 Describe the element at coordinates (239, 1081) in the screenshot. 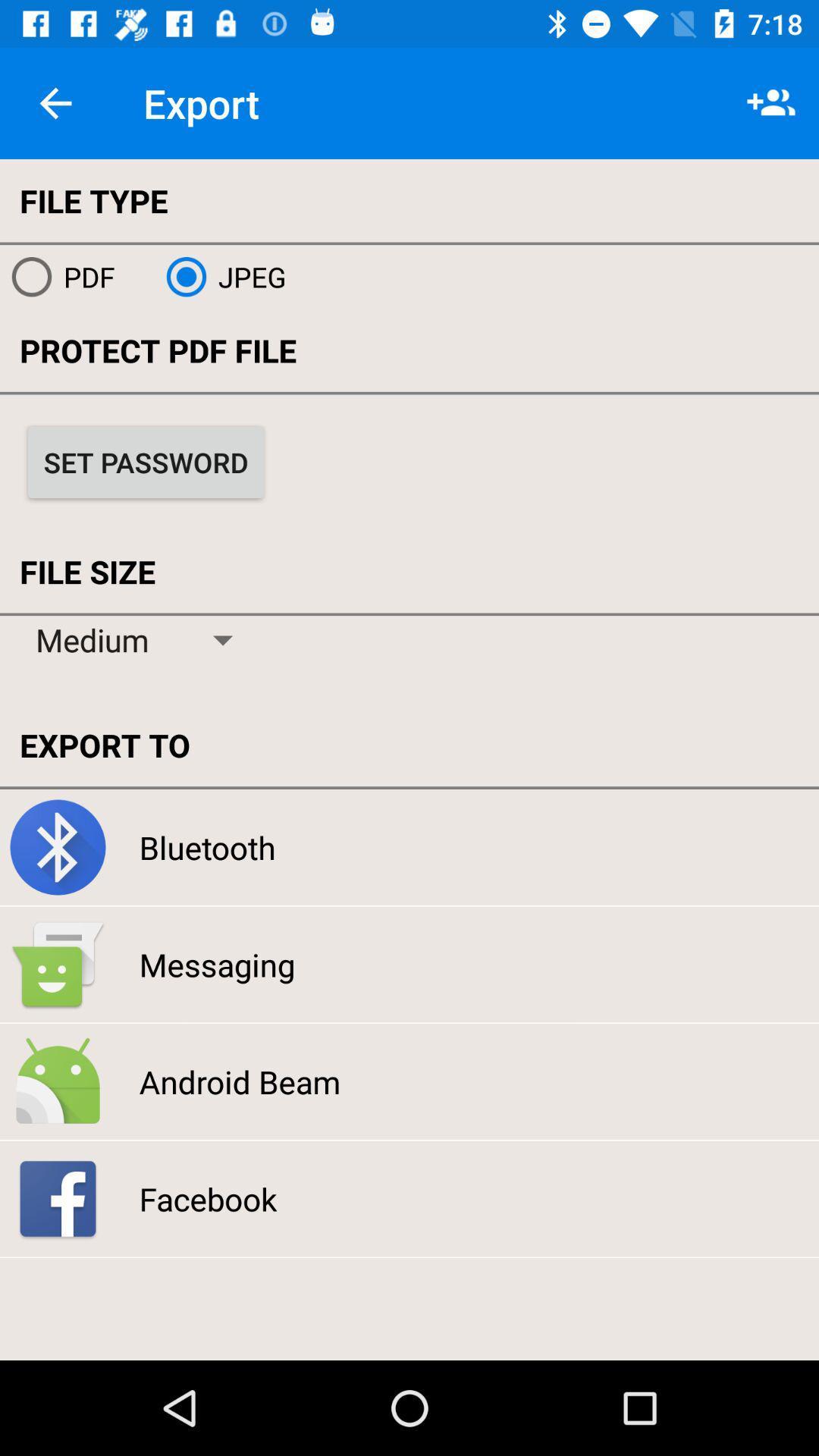

I see `the android beam` at that location.